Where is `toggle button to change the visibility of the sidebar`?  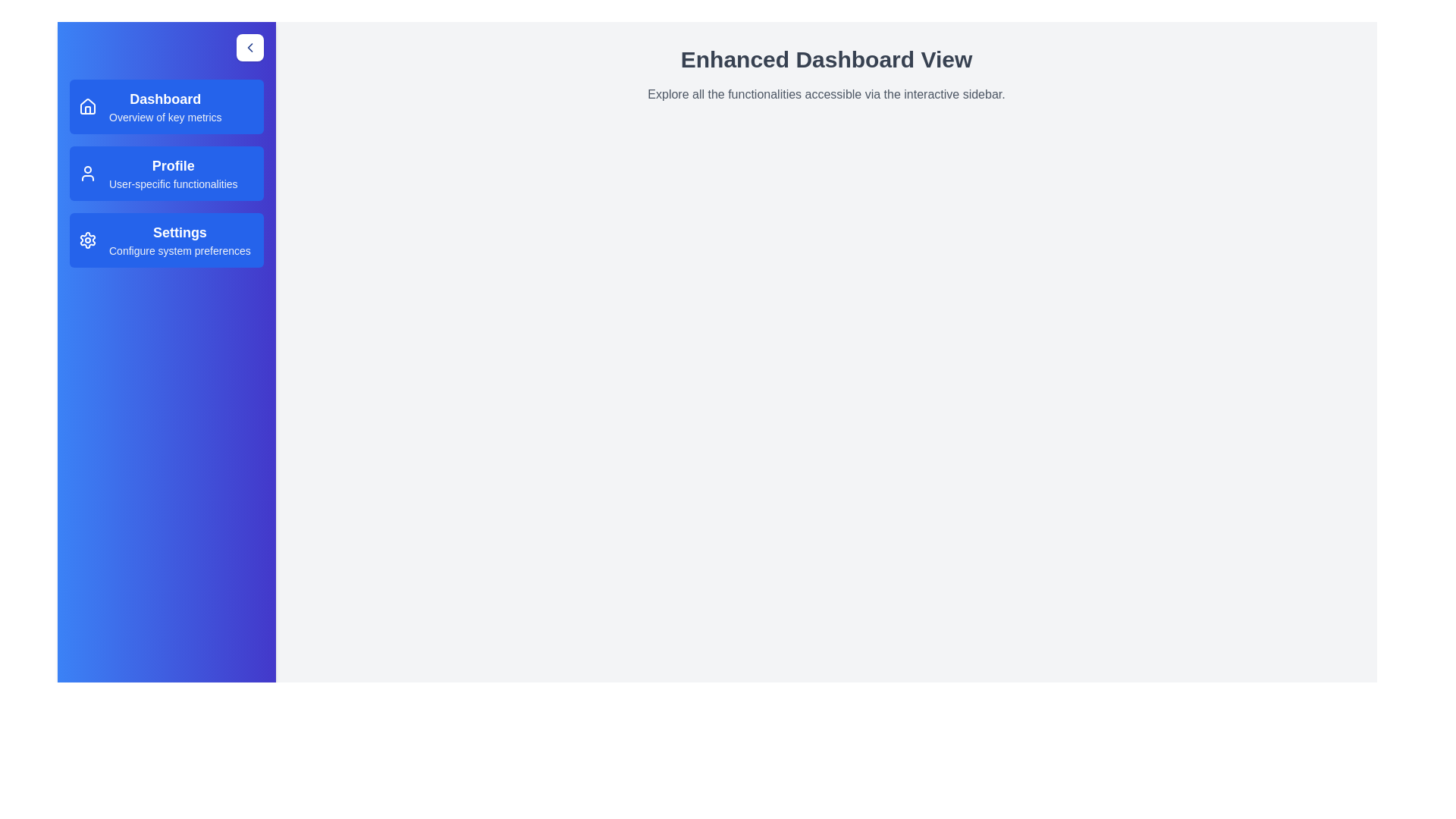 toggle button to change the visibility of the sidebar is located at coordinates (250, 46).